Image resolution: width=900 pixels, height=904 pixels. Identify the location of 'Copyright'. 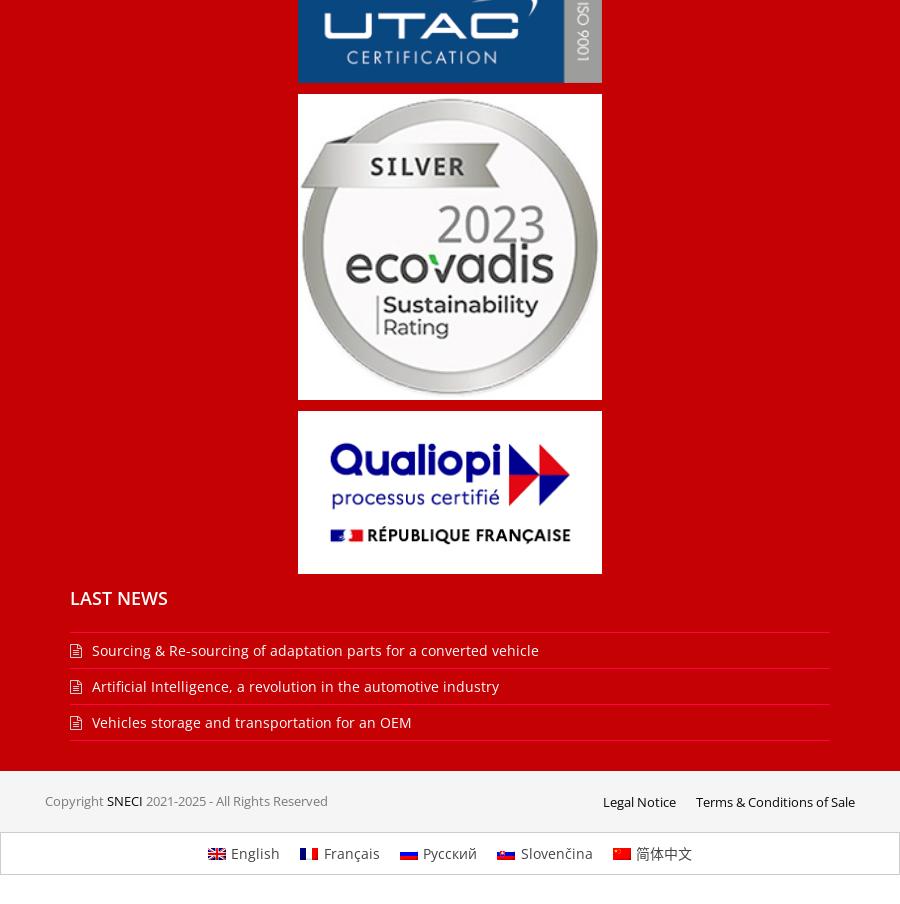
(74, 800).